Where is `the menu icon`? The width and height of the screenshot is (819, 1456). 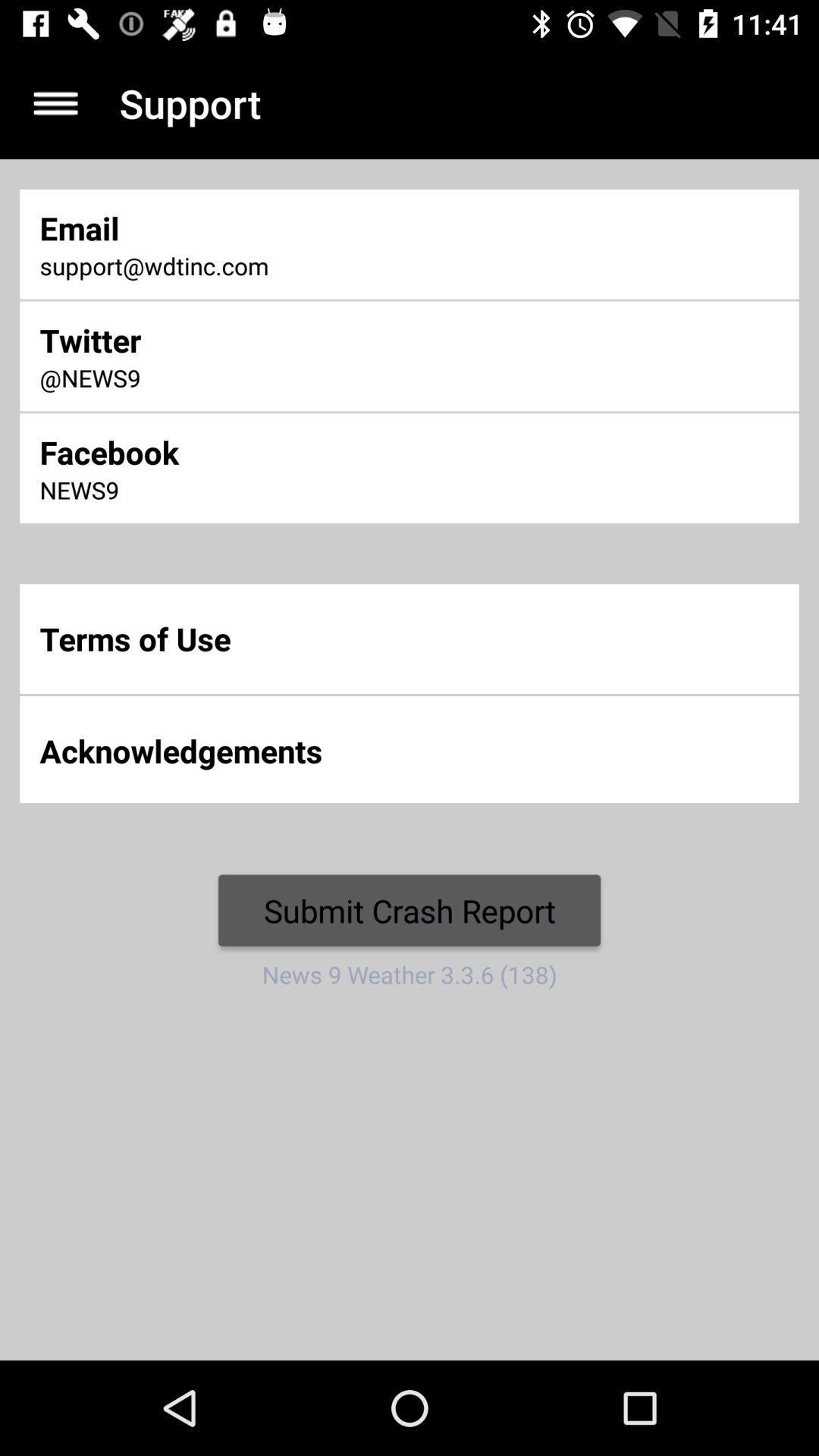
the menu icon is located at coordinates (55, 102).